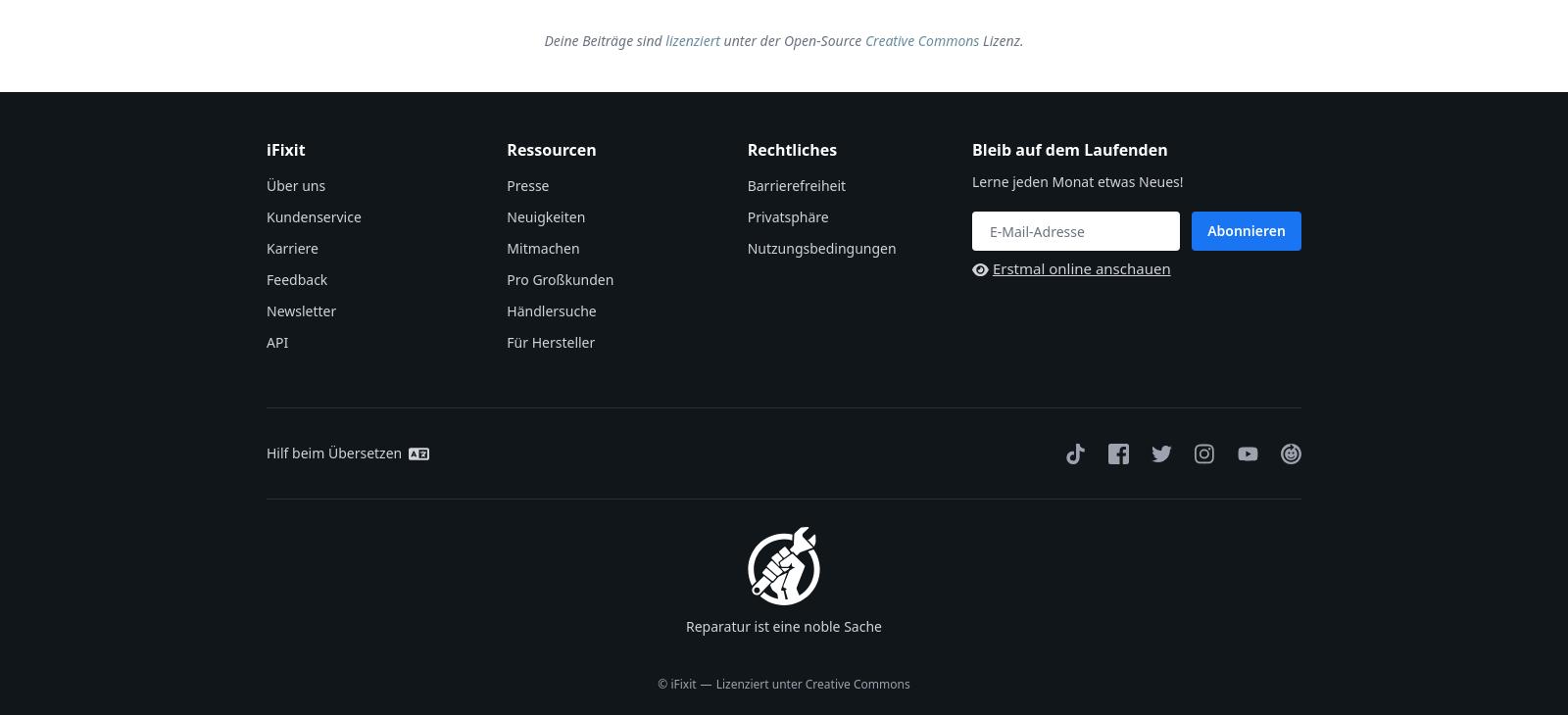 Image resolution: width=1568 pixels, height=715 pixels. I want to click on 'unter der Open-Source', so click(791, 38).